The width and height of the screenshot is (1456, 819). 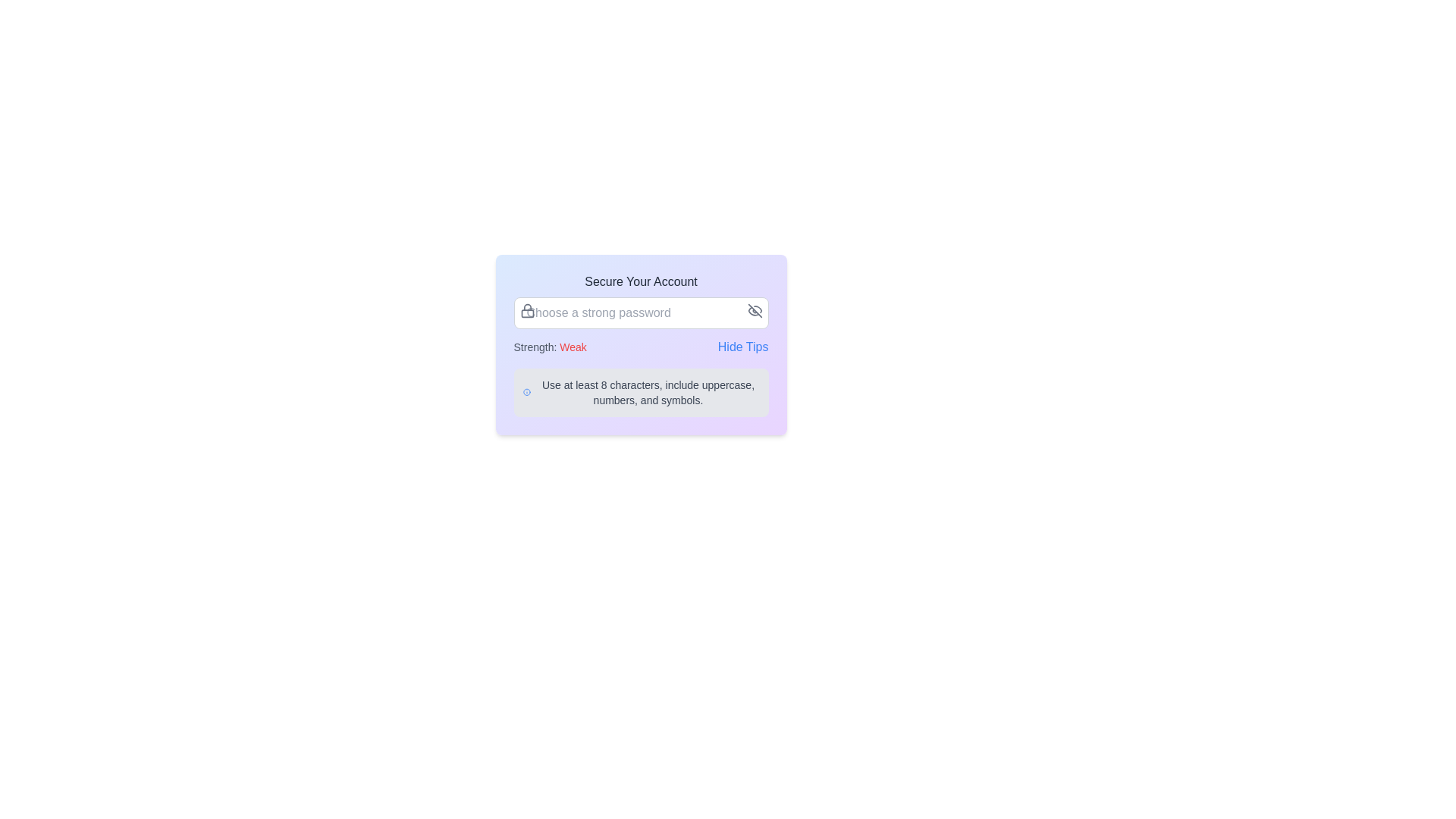 I want to click on the 'Weak' text label indicating password strength, which is centered within the label 'Strength: Weak' at the bottom-center of the interface, so click(x=570, y=347).